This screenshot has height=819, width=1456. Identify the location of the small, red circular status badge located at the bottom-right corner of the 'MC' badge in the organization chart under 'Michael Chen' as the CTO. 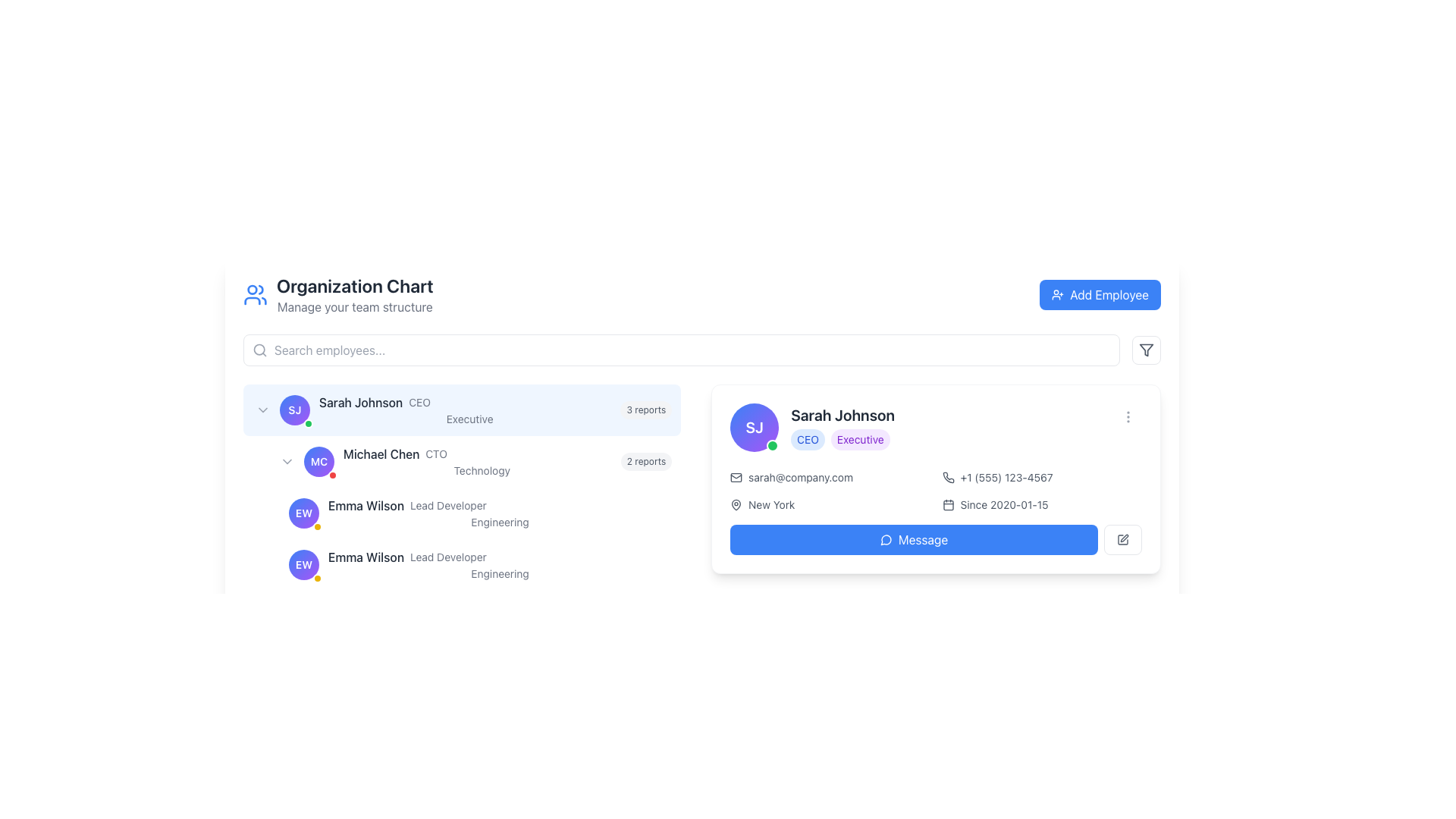
(331, 475).